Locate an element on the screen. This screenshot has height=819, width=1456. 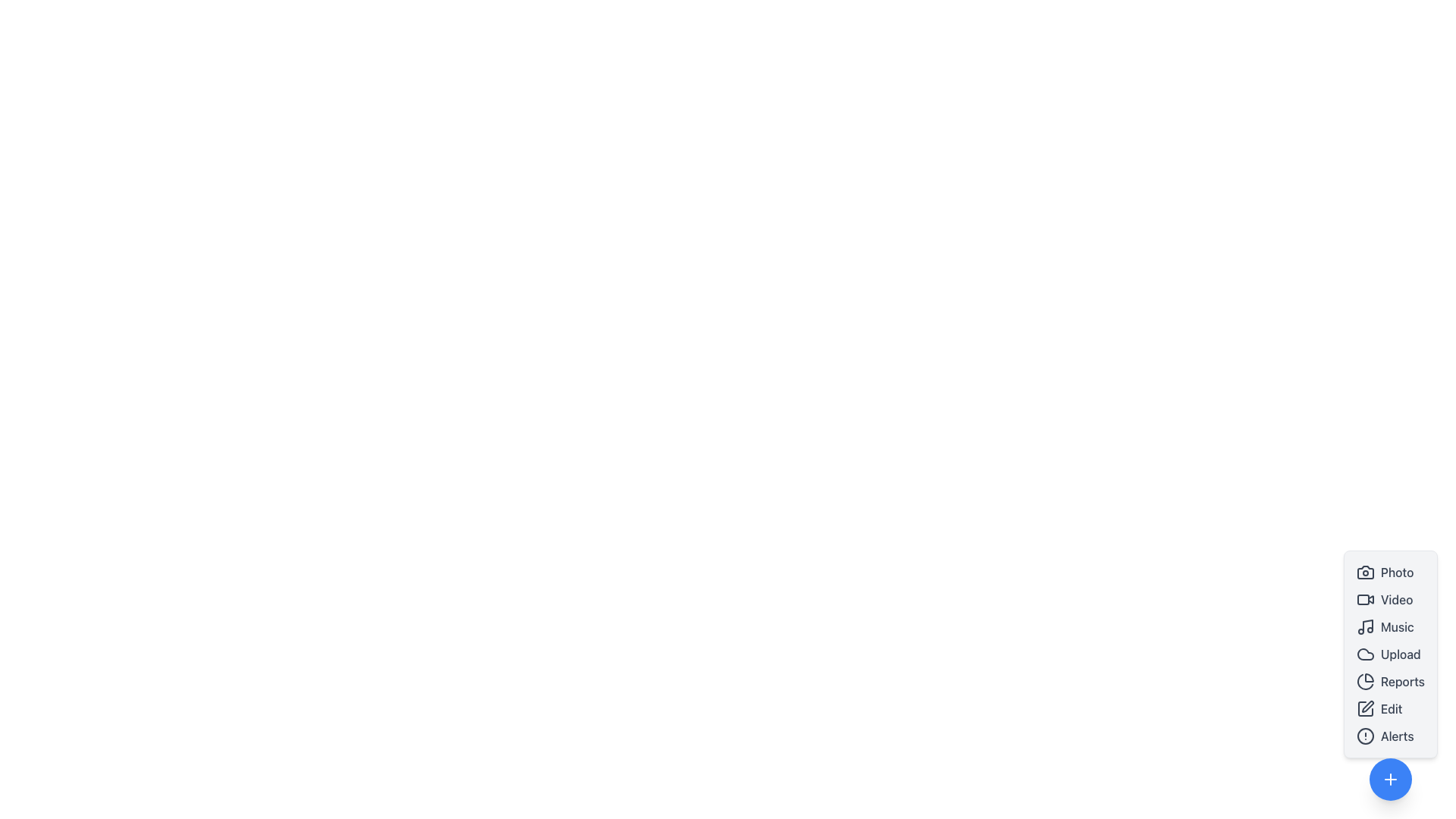
the 'Upload' button, which features a cloud-shaped icon and changes color from gray to purple on hover, positioned below the 'Music' button and above the 'Reports' button is located at coordinates (1389, 654).